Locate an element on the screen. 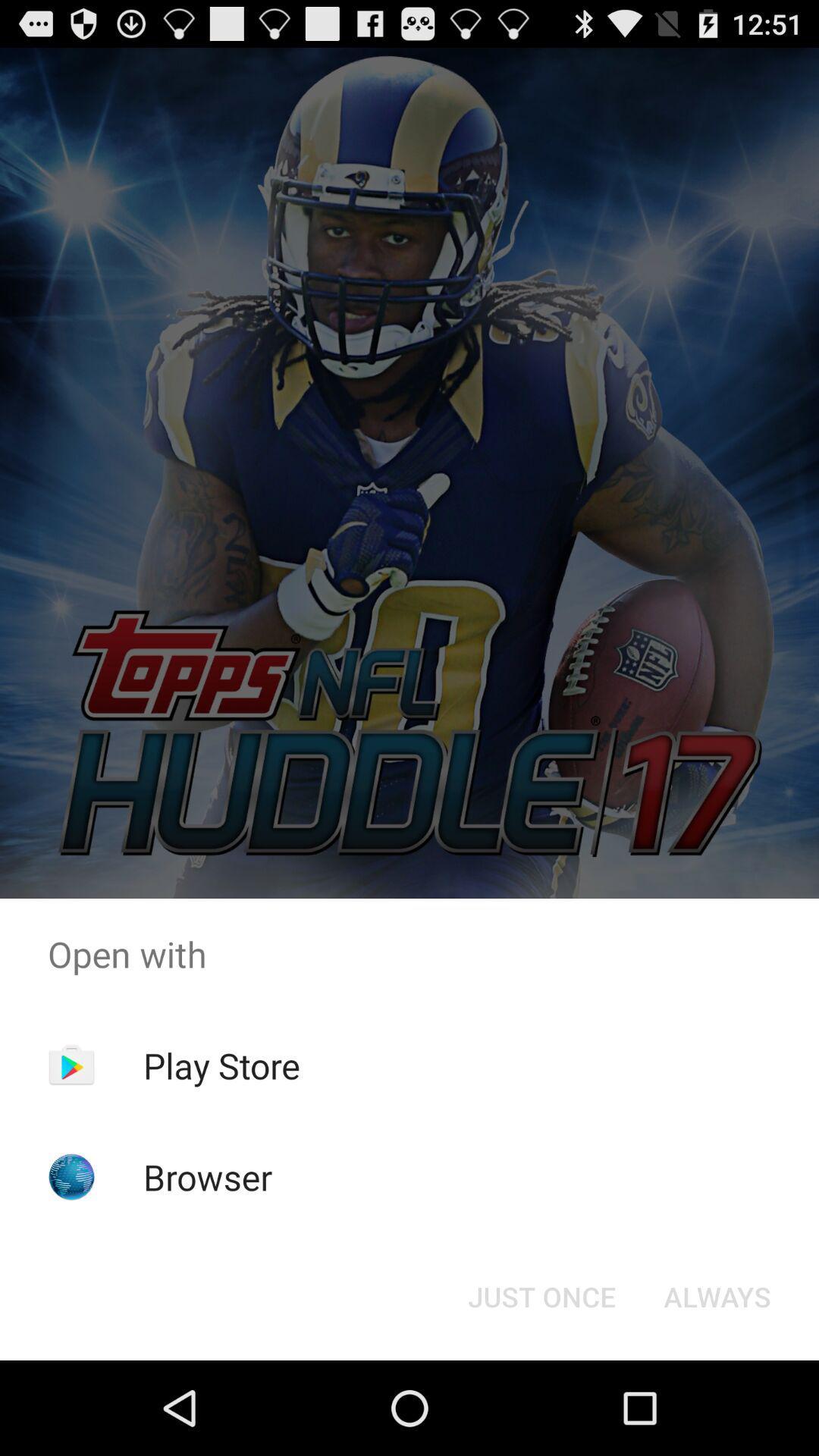  the always button is located at coordinates (717, 1295).